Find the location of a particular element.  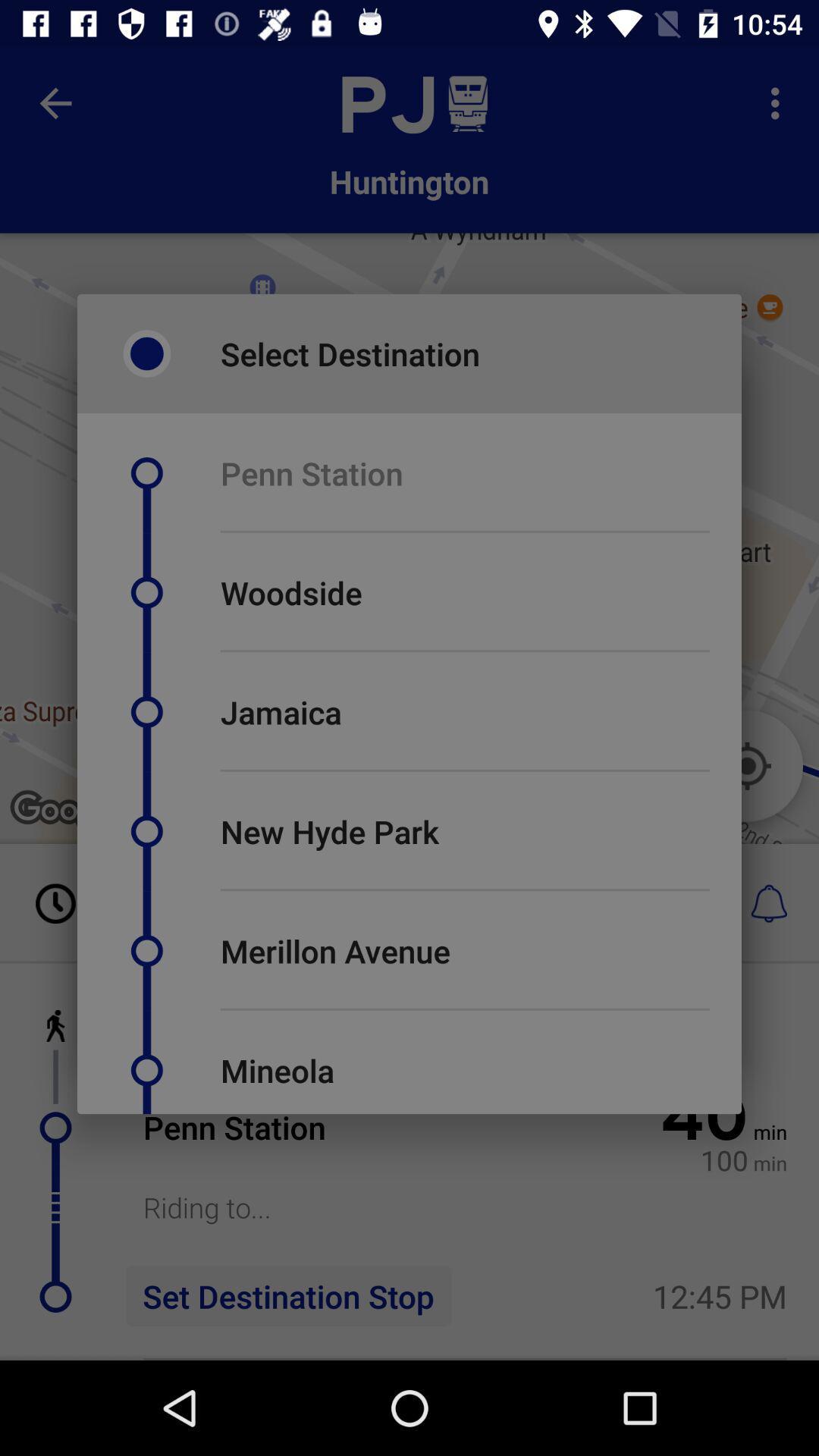

item below the woodside item is located at coordinates (464, 651).